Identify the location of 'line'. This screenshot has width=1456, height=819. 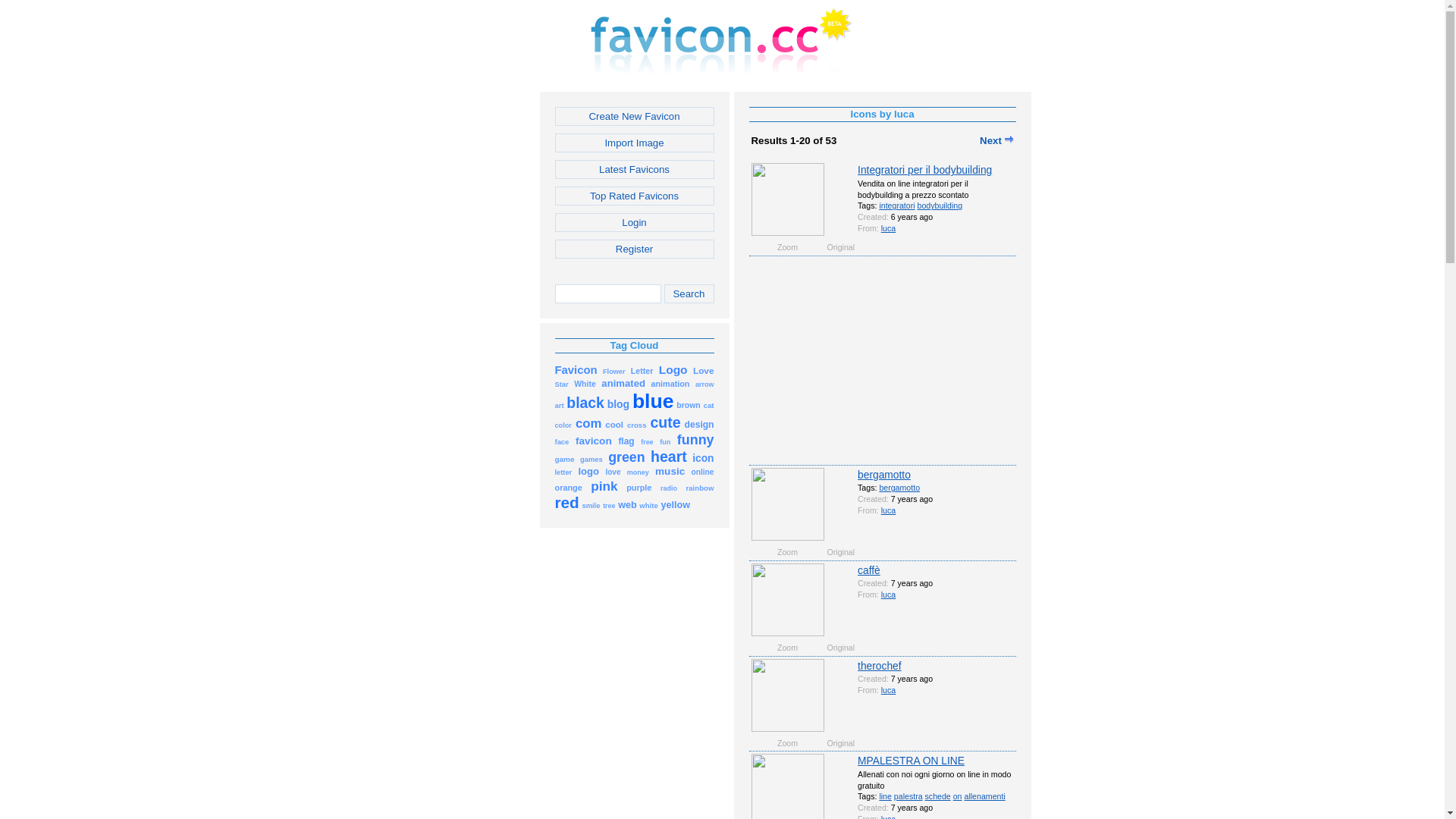
(885, 795).